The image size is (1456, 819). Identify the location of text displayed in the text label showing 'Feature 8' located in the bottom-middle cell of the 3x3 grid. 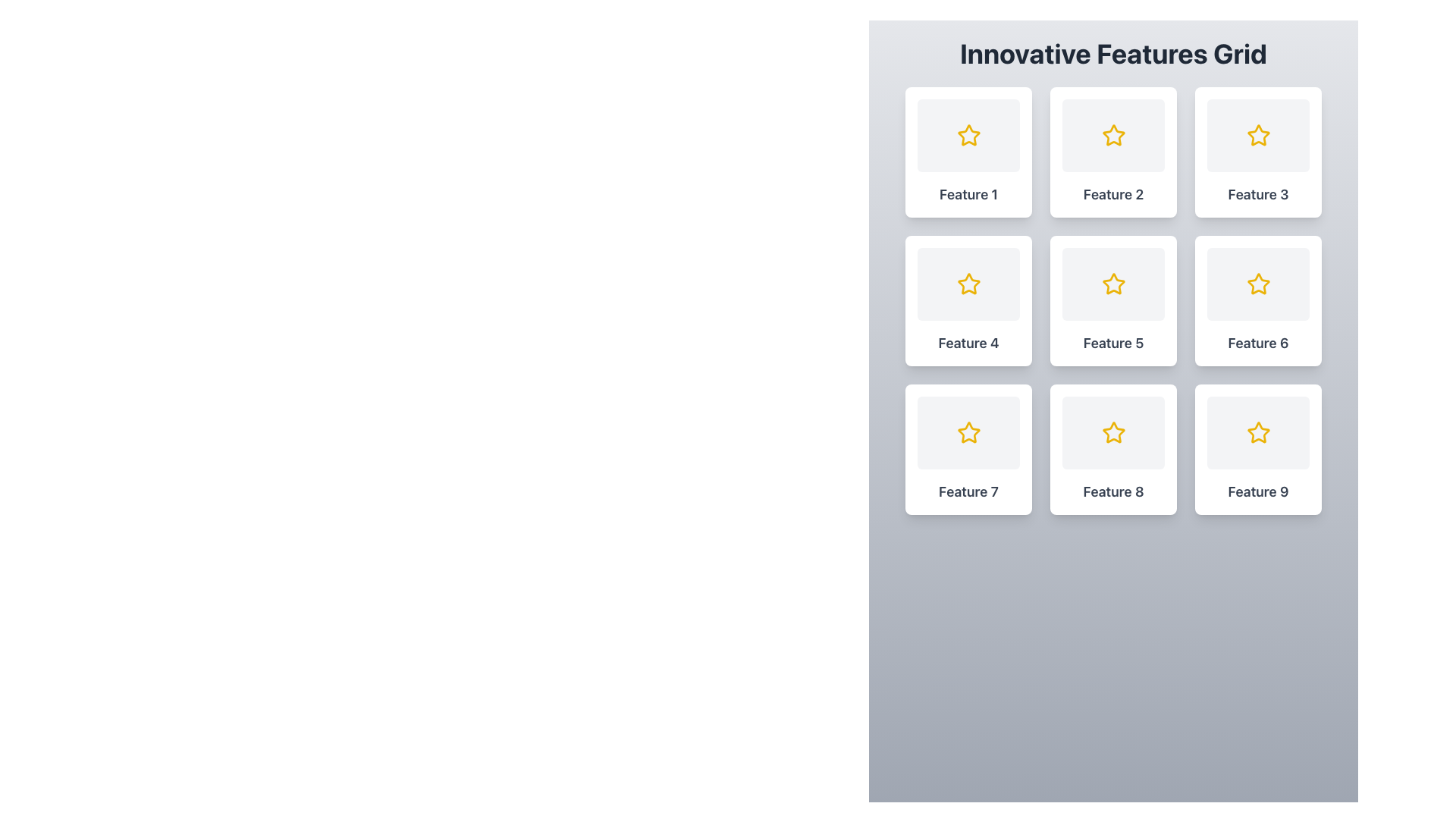
(1113, 491).